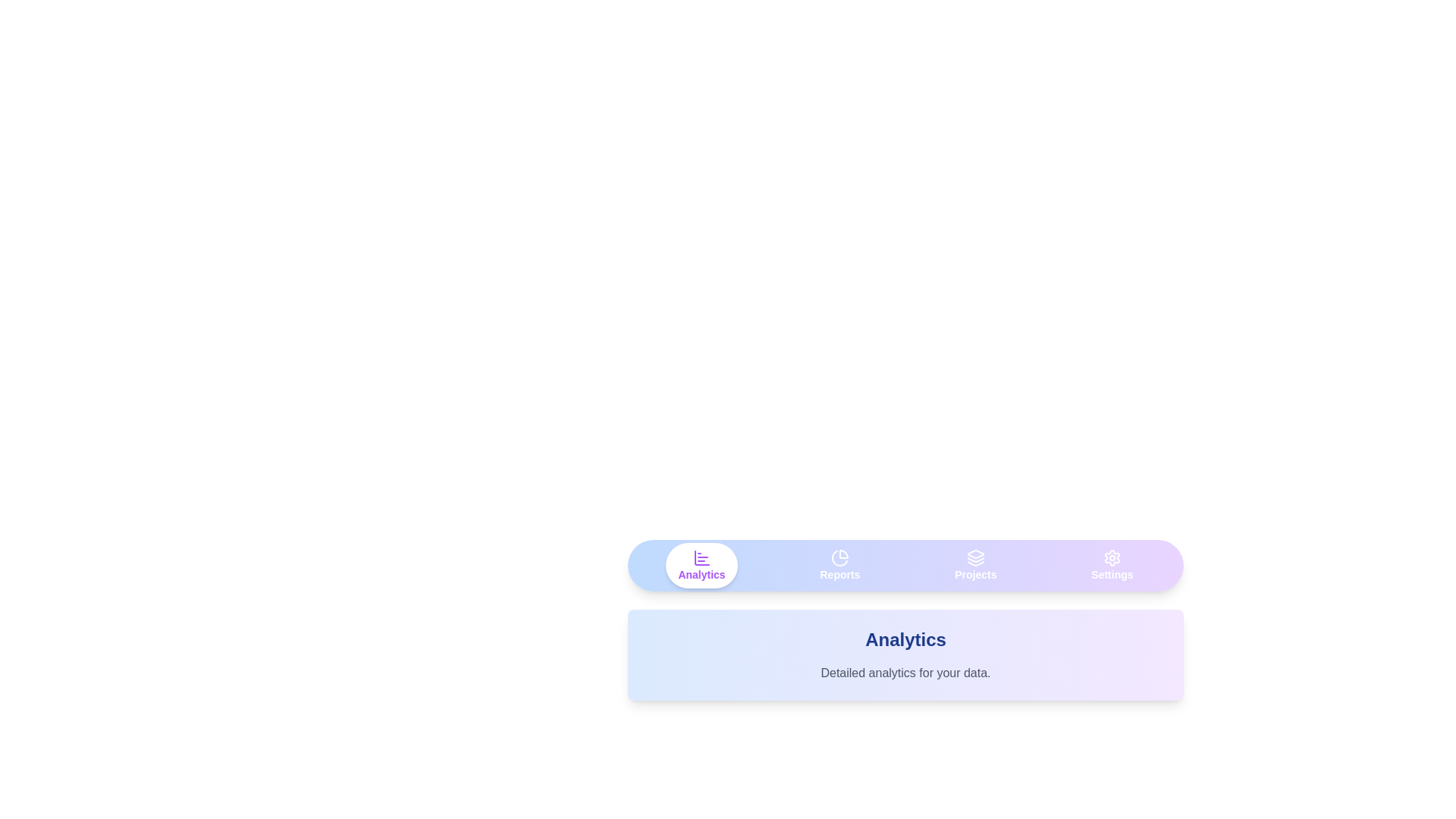  I want to click on the tab labeled Analytics to view its content, so click(701, 565).